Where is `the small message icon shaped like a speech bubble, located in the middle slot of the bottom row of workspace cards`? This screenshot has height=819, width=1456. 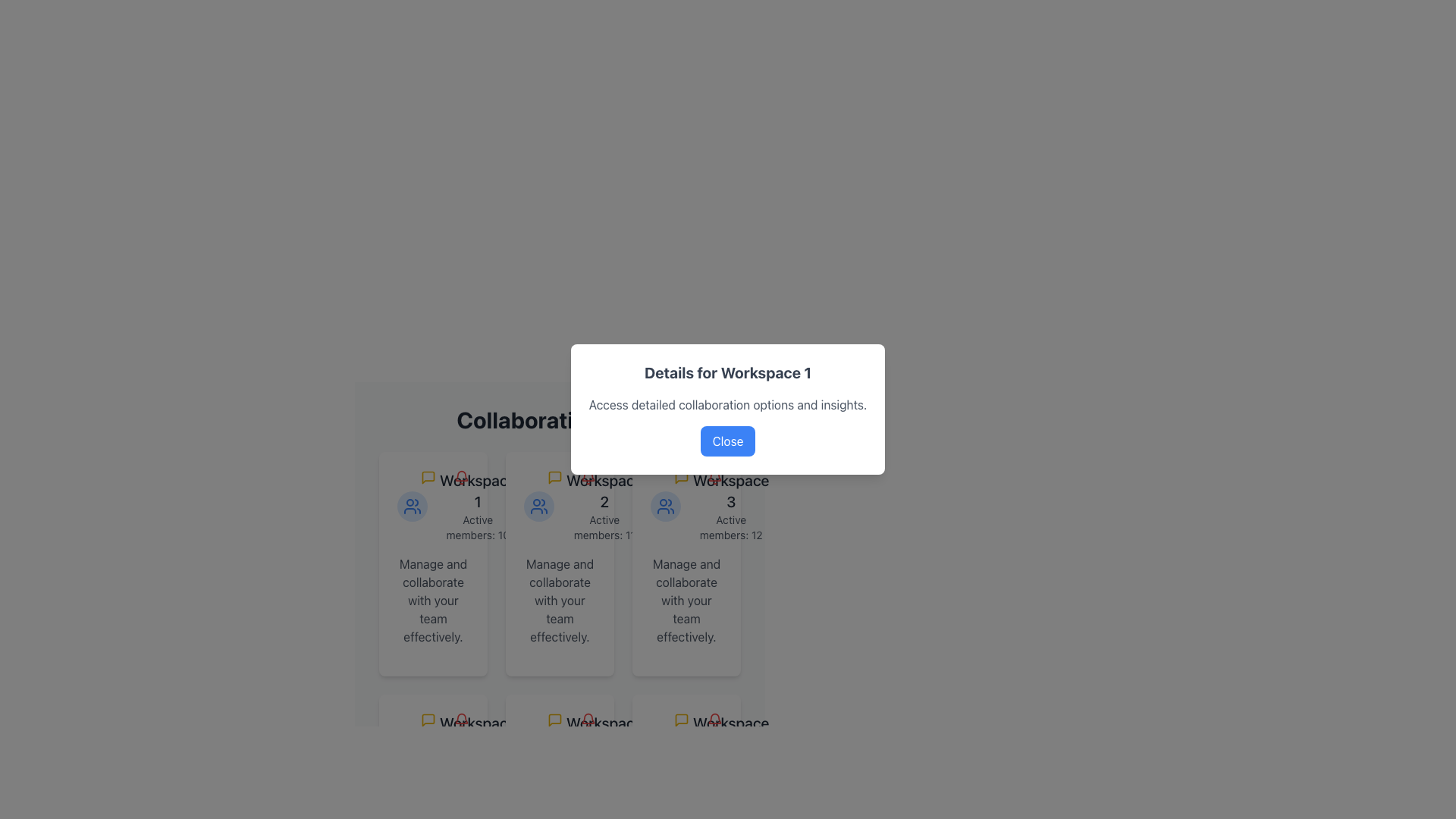 the small message icon shaped like a speech bubble, located in the middle slot of the bottom row of workspace cards is located at coordinates (554, 719).